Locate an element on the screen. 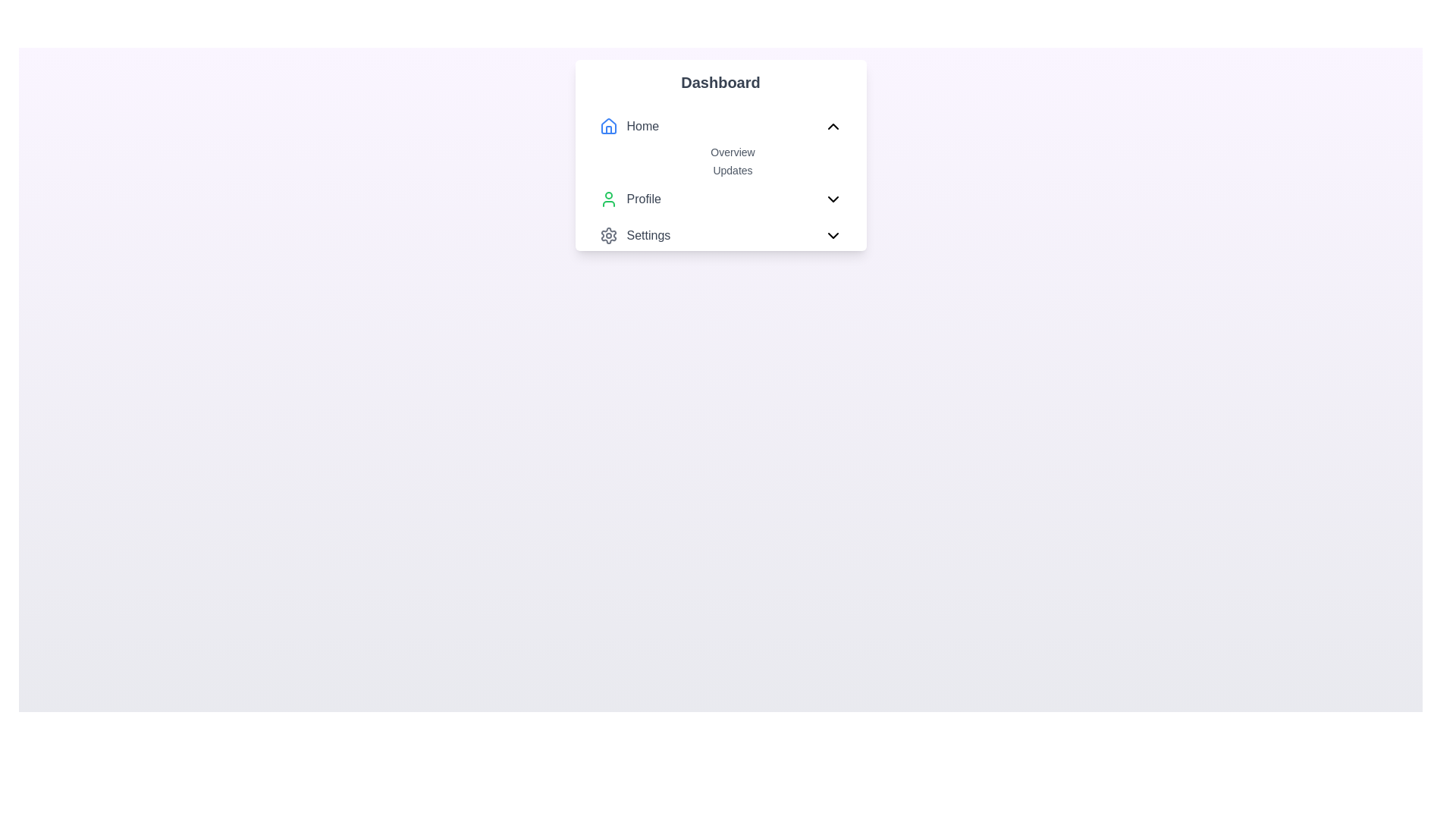 This screenshot has height=819, width=1456. the third item in the Navigation menu under the 'Dashboard' section is located at coordinates (720, 198).